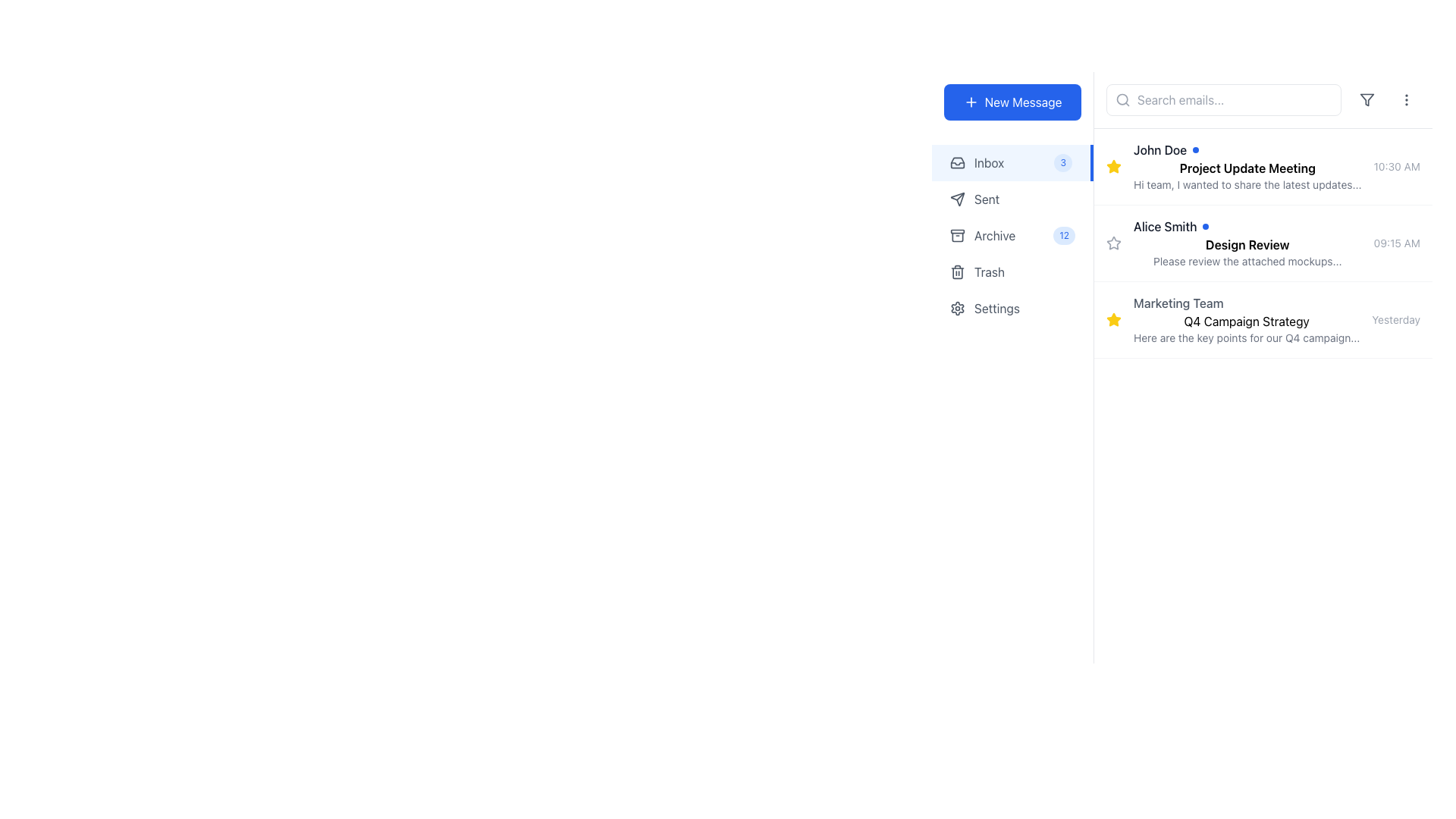 The image size is (1456, 819). What do you see at coordinates (1023, 102) in the screenshot?
I see `the 'New Message' text label, which is displayed in bold white font on a blue rectangular background within the button in the top-right section of the interface` at bounding box center [1023, 102].